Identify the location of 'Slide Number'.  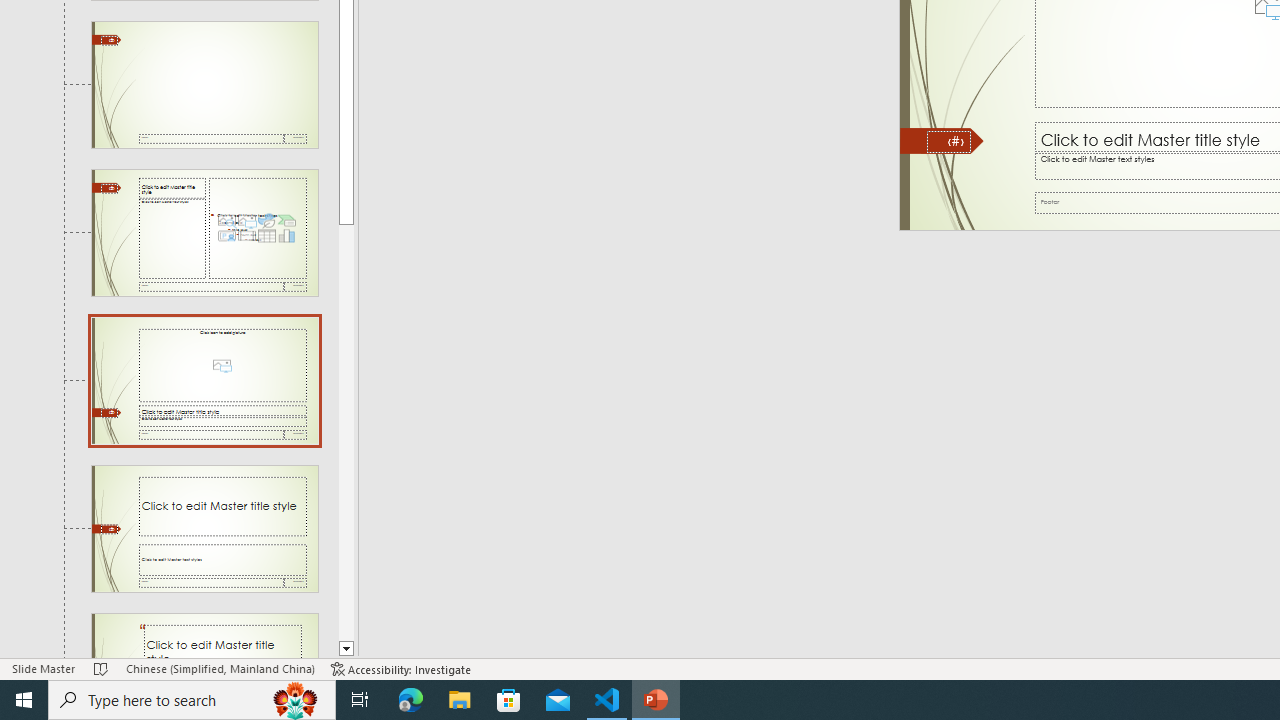
(948, 140).